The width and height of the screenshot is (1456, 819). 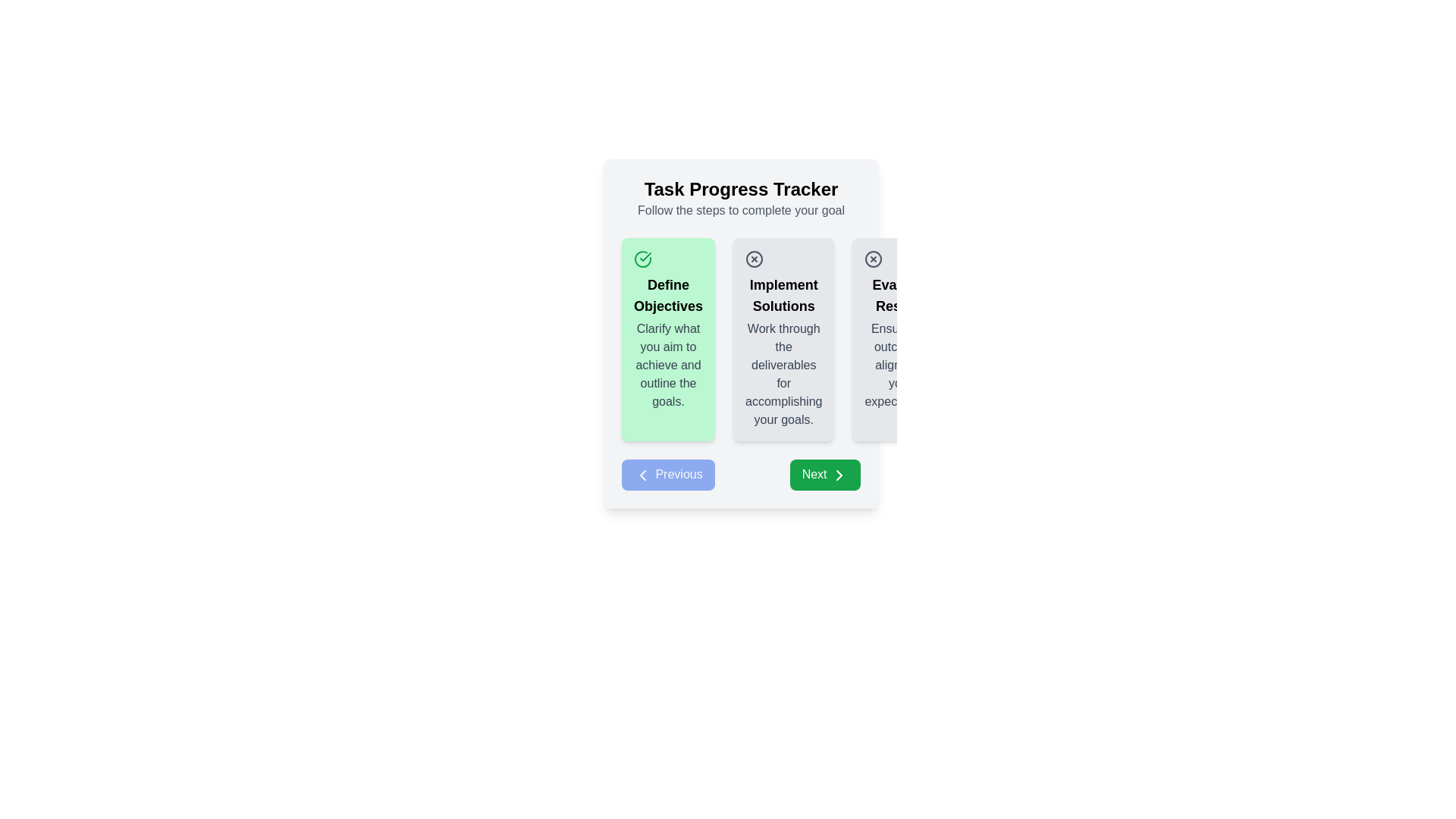 I want to click on content displayed on the second Card component in the Task Progress Tracker, which describes the step 'Implement Solutions', so click(x=741, y=338).